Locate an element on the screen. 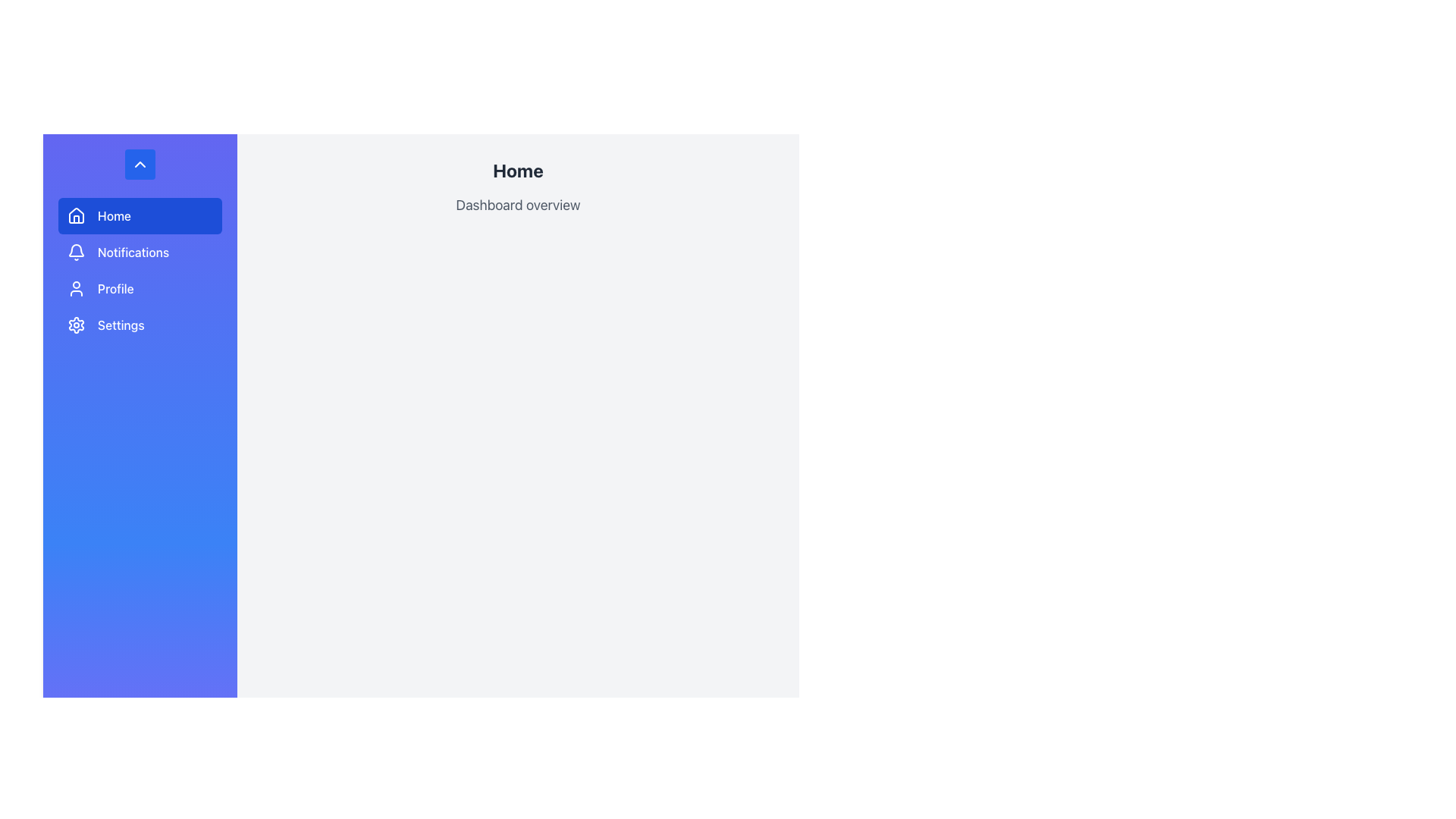 The image size is (1456, 819). the label displaying 'Dashboard overview' in gray font, located directly below the 'Home' heading is located at coordinates (518, 205).